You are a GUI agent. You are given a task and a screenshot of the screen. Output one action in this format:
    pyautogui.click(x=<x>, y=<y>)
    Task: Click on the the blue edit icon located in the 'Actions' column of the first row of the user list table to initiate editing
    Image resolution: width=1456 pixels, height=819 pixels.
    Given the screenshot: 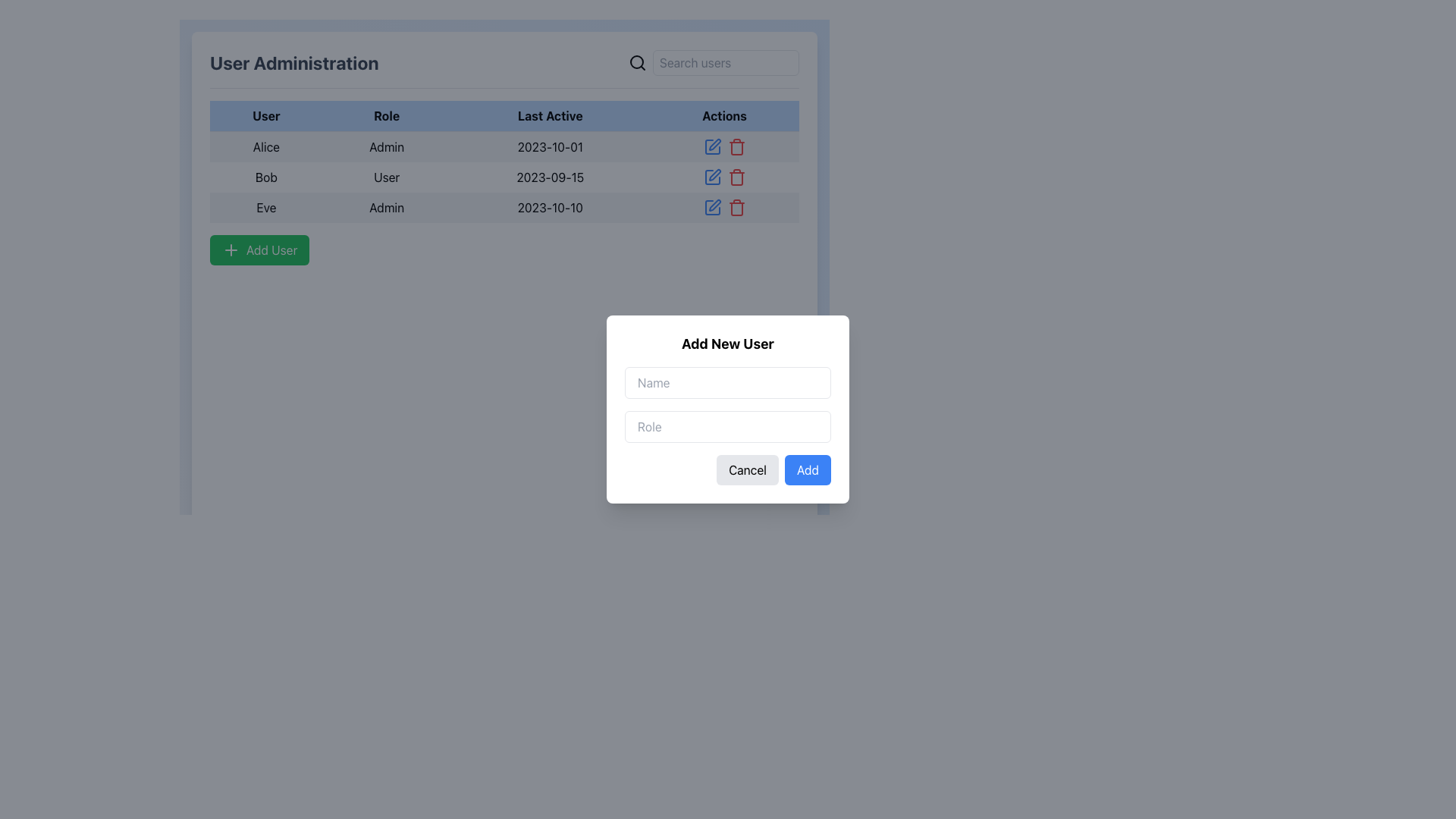 What is the action you would take?
    pyautogui.click(x=723, y=146)
    